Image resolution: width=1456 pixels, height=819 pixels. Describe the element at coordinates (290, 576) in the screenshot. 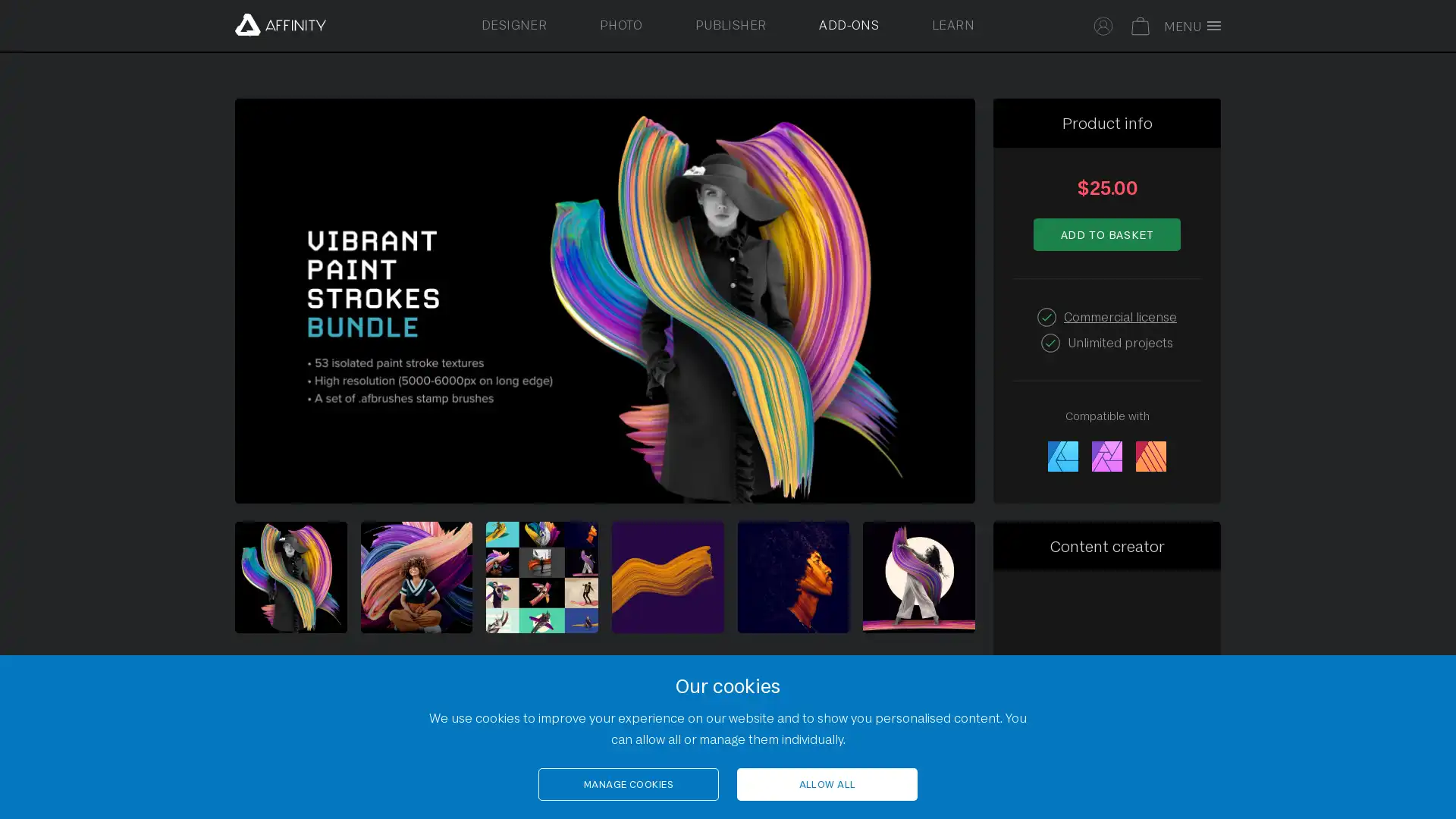

I see `Gallery of Vibrant Paint Strokes Bundle by Chroma Supply sample images. Select to view image 1.` at that location.